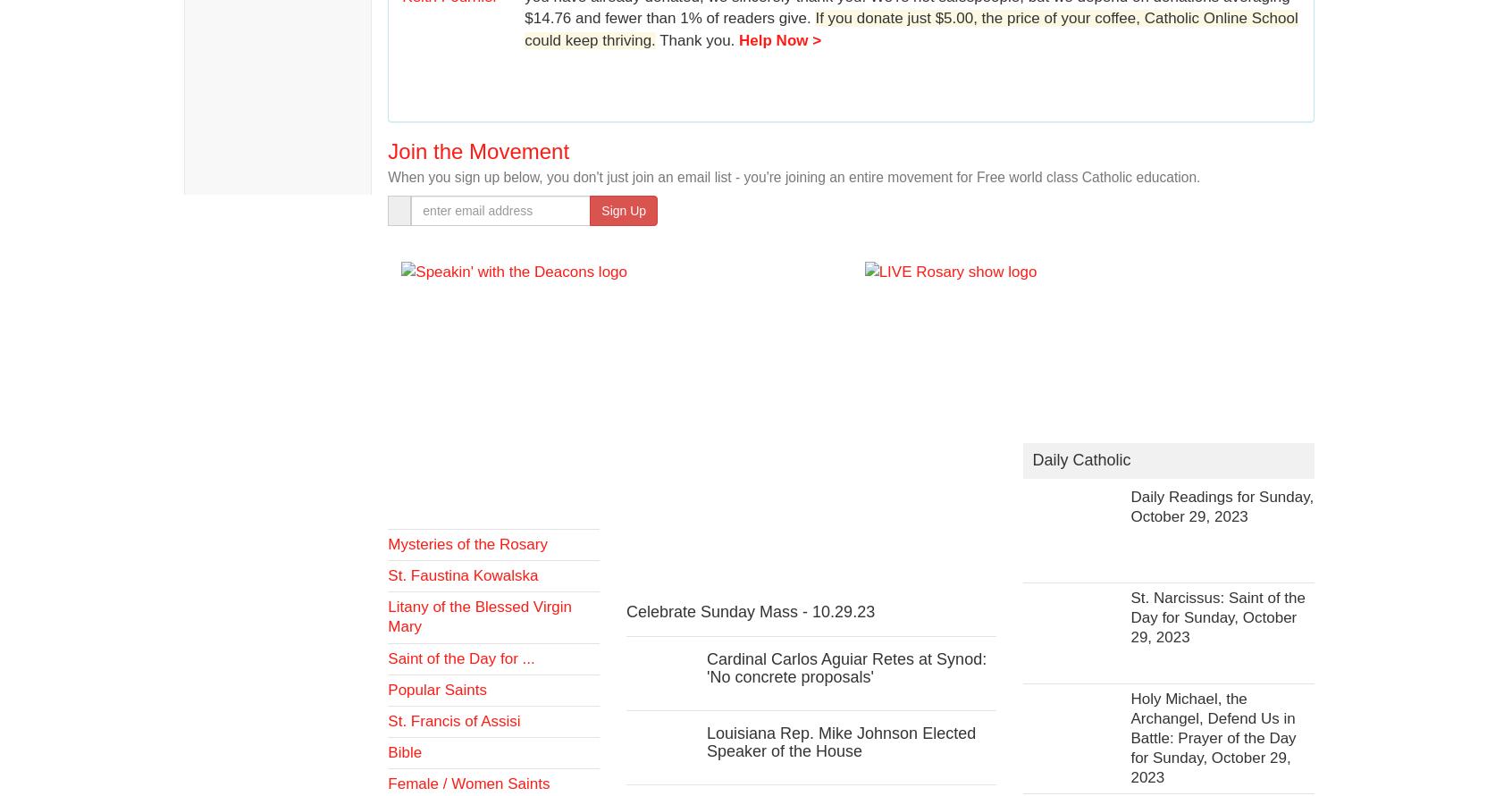  What do you see at coordinates (435, 689) in the screenshot?
I see `'Popular Saints'` at bounding box center [435, 689].